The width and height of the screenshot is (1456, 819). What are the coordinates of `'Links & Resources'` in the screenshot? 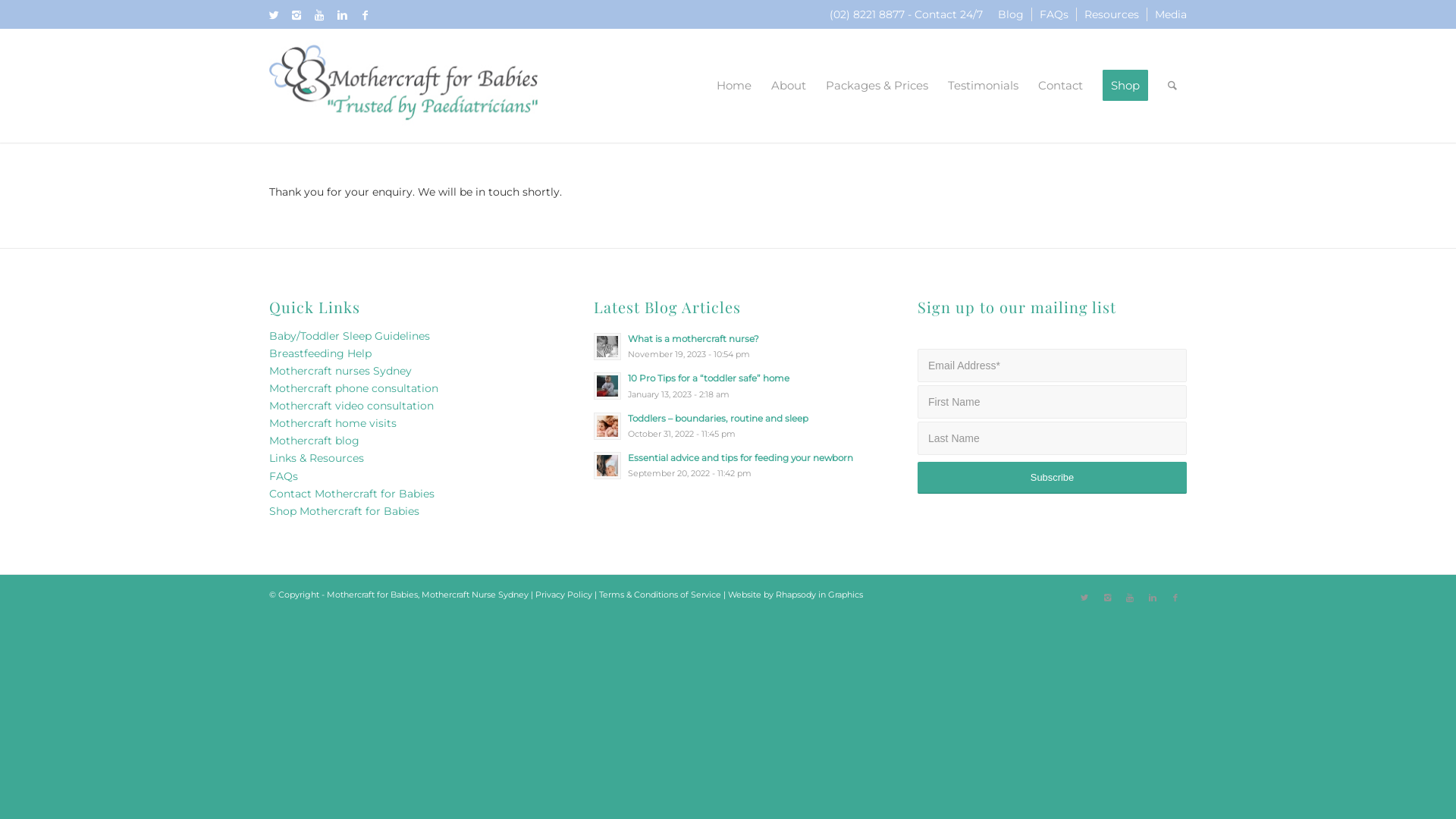 It's located at (315, 457).